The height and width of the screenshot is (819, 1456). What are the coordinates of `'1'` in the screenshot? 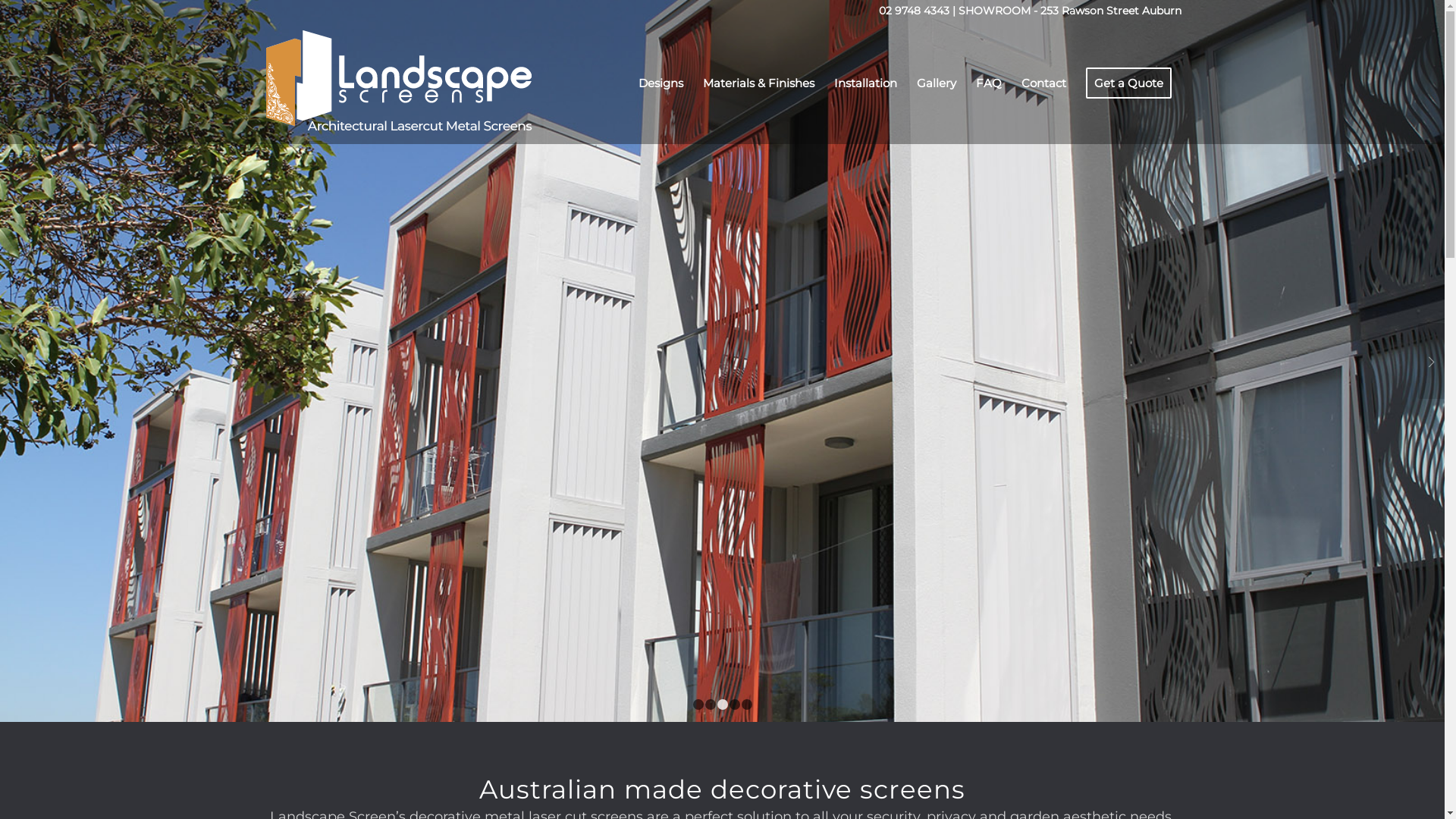 It's located at (698, 704).